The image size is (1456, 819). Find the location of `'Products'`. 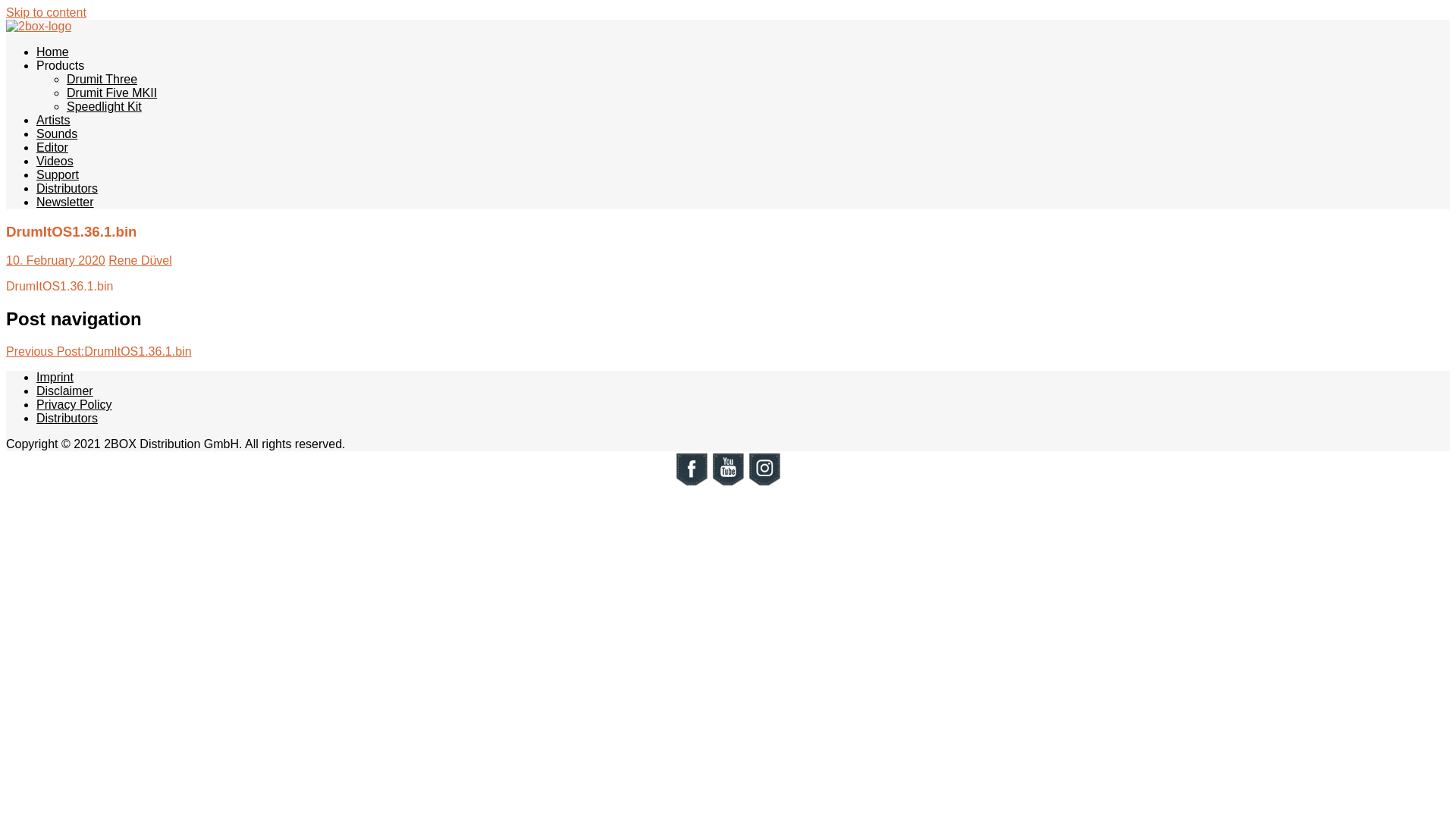

'Products' is located at coordinates (60, 64).